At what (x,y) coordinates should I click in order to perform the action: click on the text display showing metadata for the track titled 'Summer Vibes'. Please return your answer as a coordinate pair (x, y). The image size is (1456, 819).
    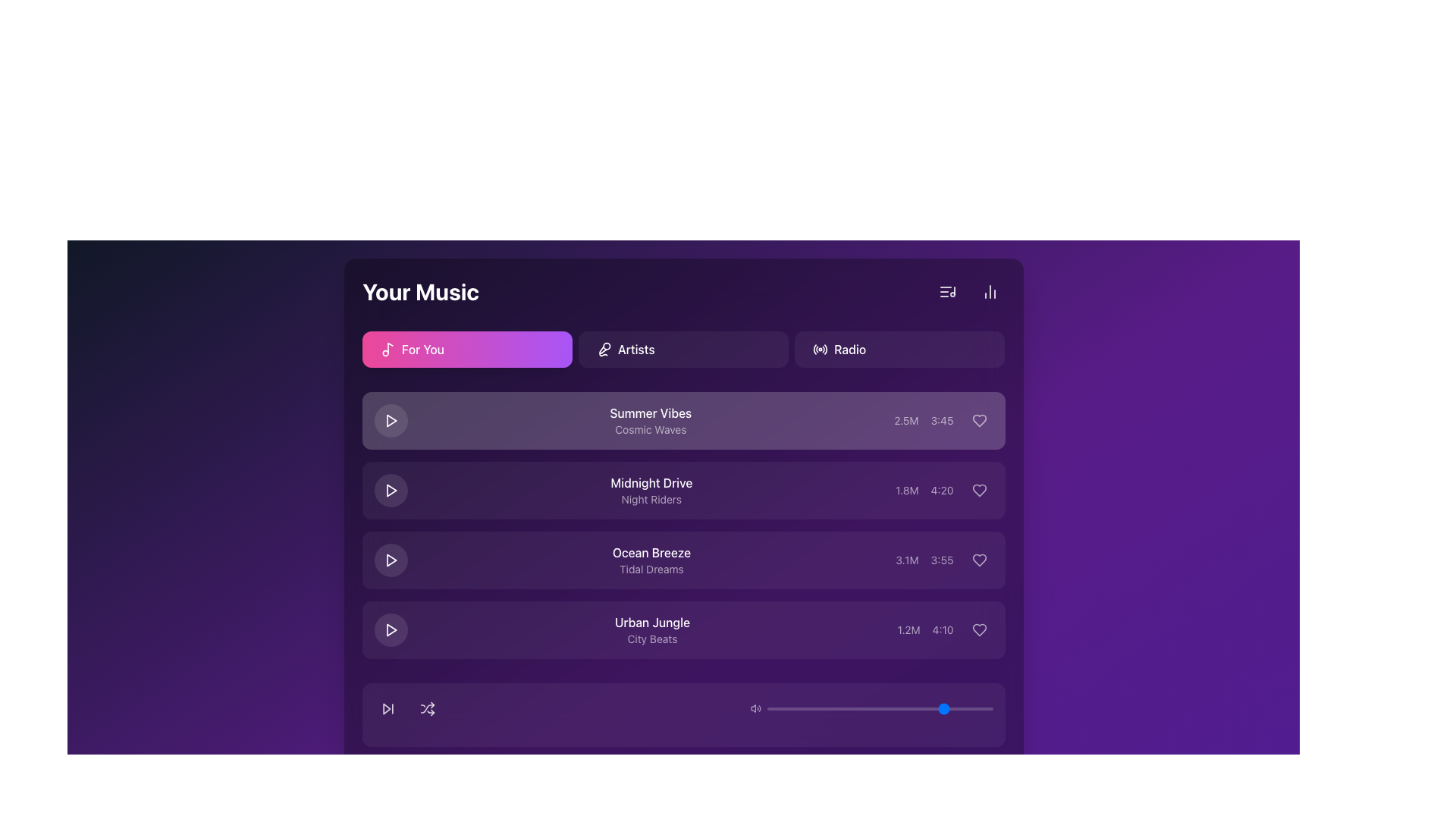
    Looking at the image, I should click on (943, 421).